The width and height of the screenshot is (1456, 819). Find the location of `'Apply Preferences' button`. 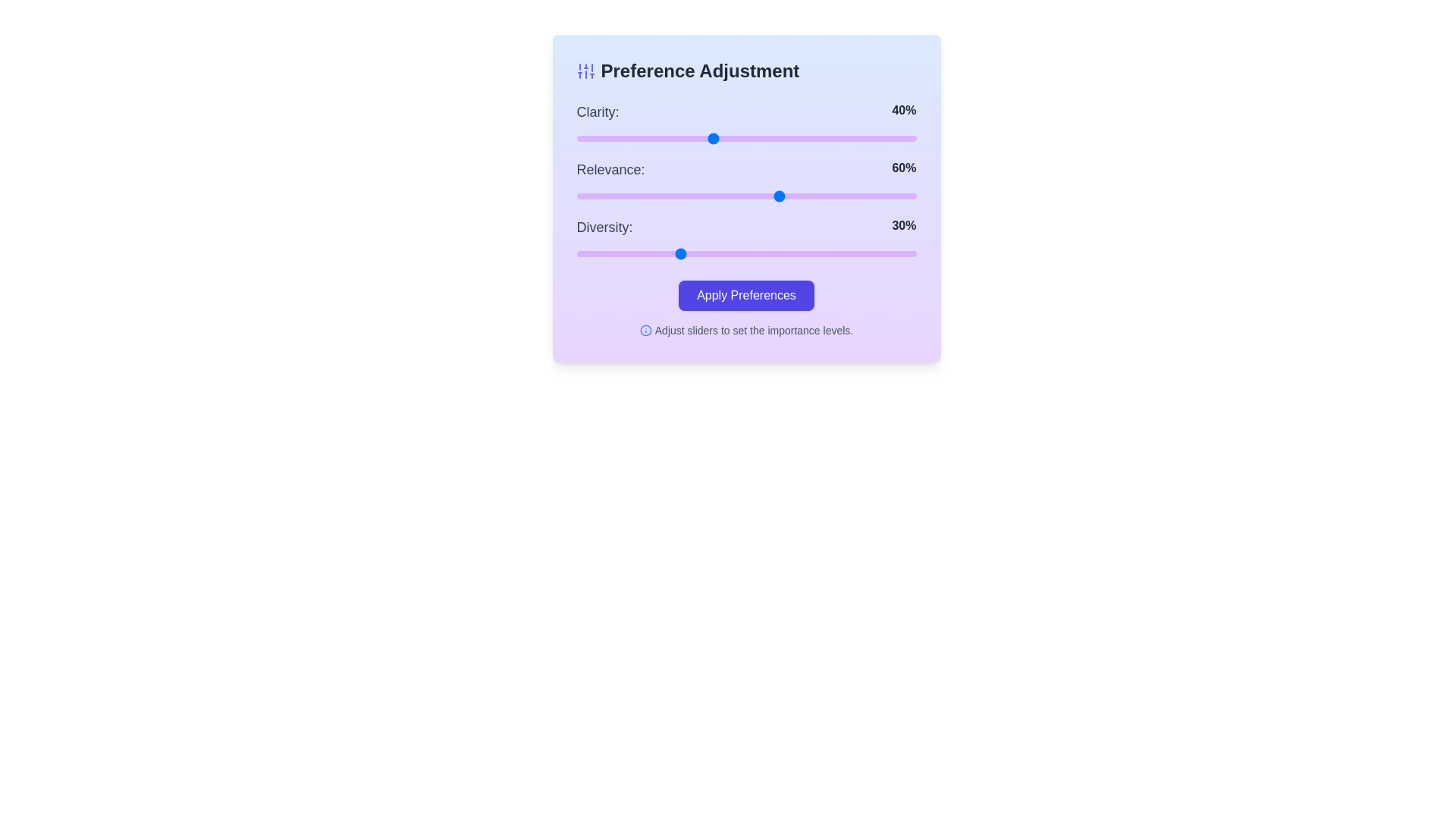

'Apply Preferences' button is located at coordinates (746, 295).